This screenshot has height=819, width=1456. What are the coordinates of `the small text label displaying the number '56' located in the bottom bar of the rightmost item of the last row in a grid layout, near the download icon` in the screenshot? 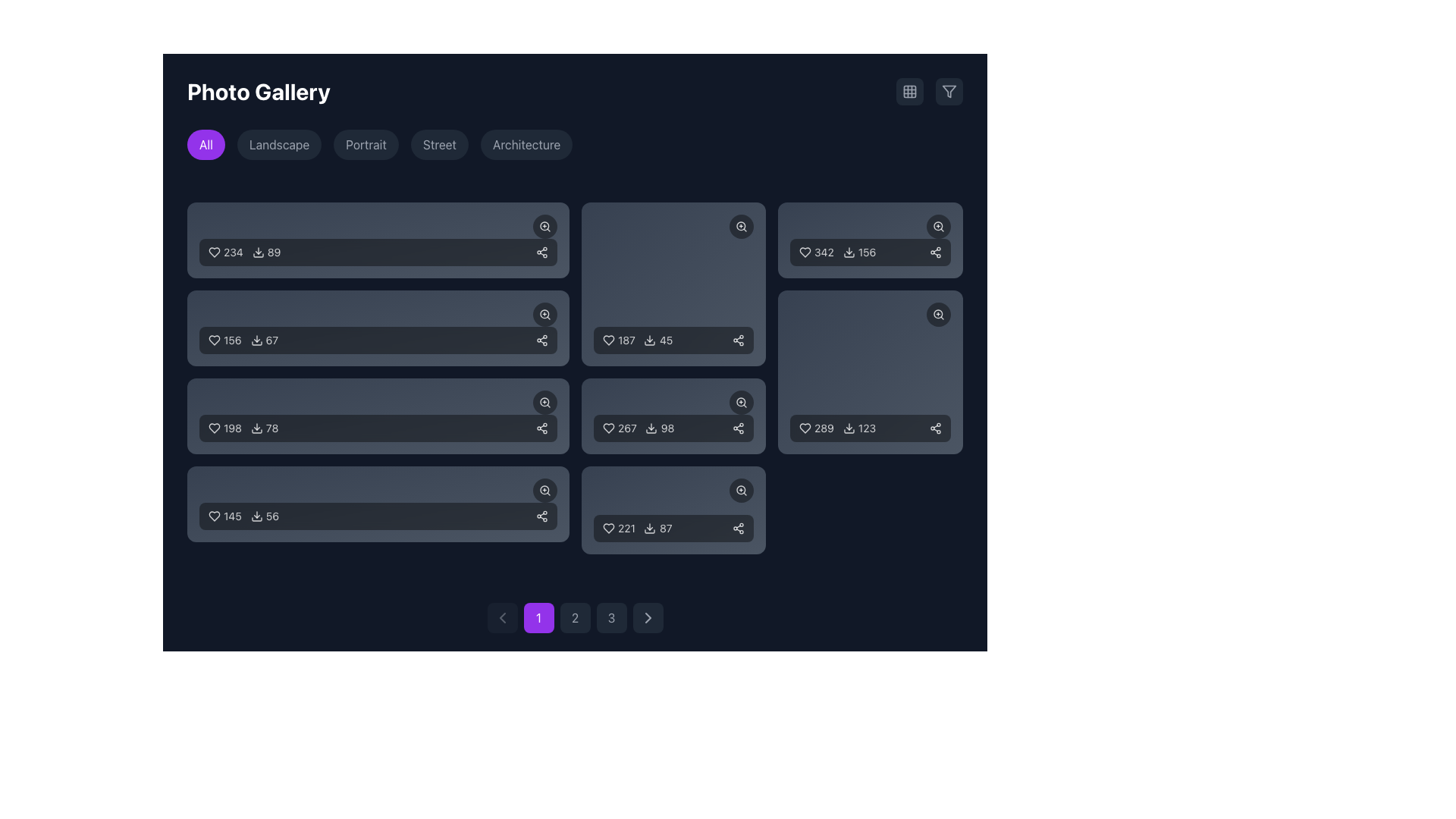 It's located at (272, 516).